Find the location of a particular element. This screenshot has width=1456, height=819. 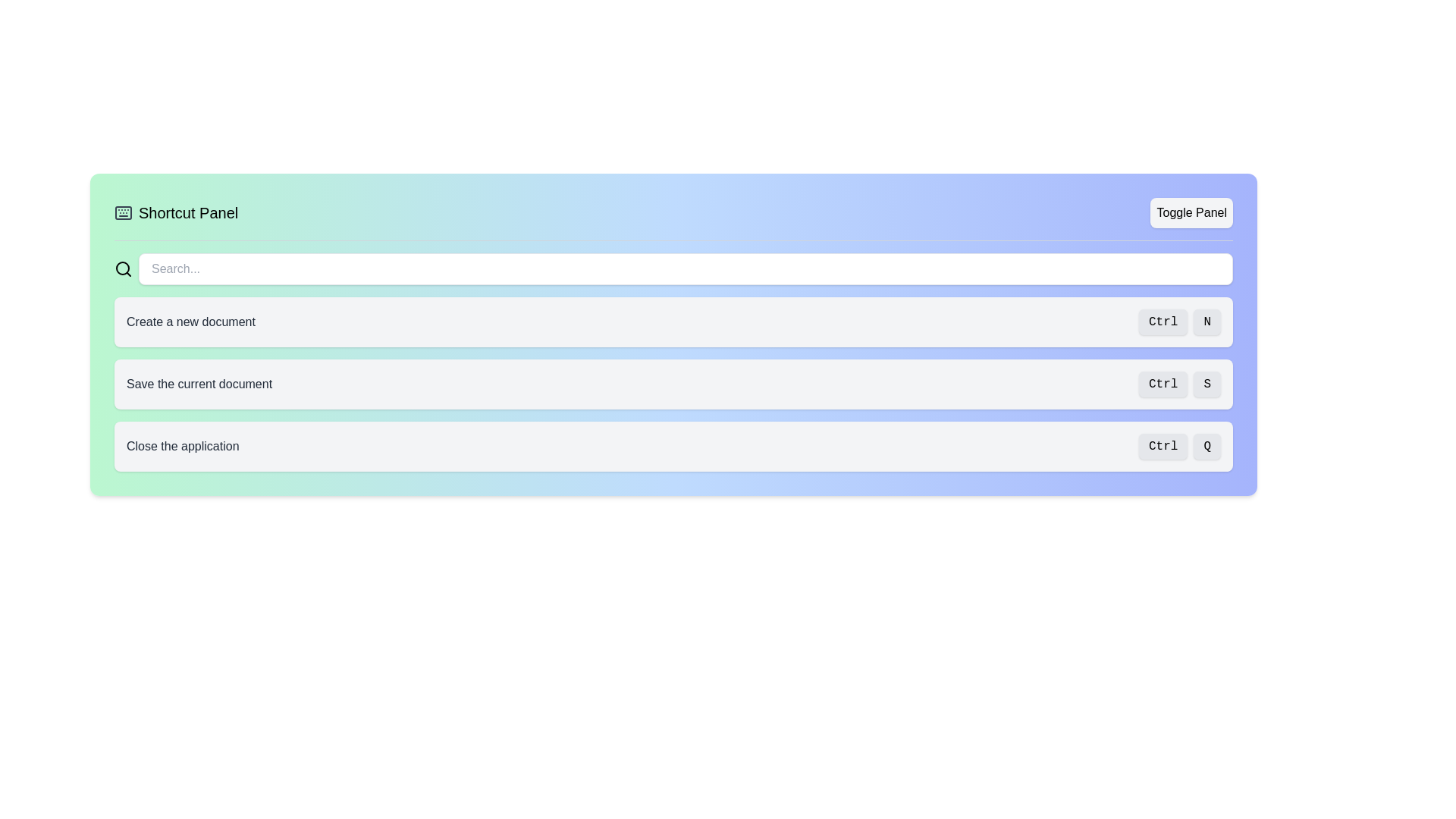

the input field next to the circular search icon resembling a magnifying glass, located at the left side of the search bar is located at coordinates (124, 268).